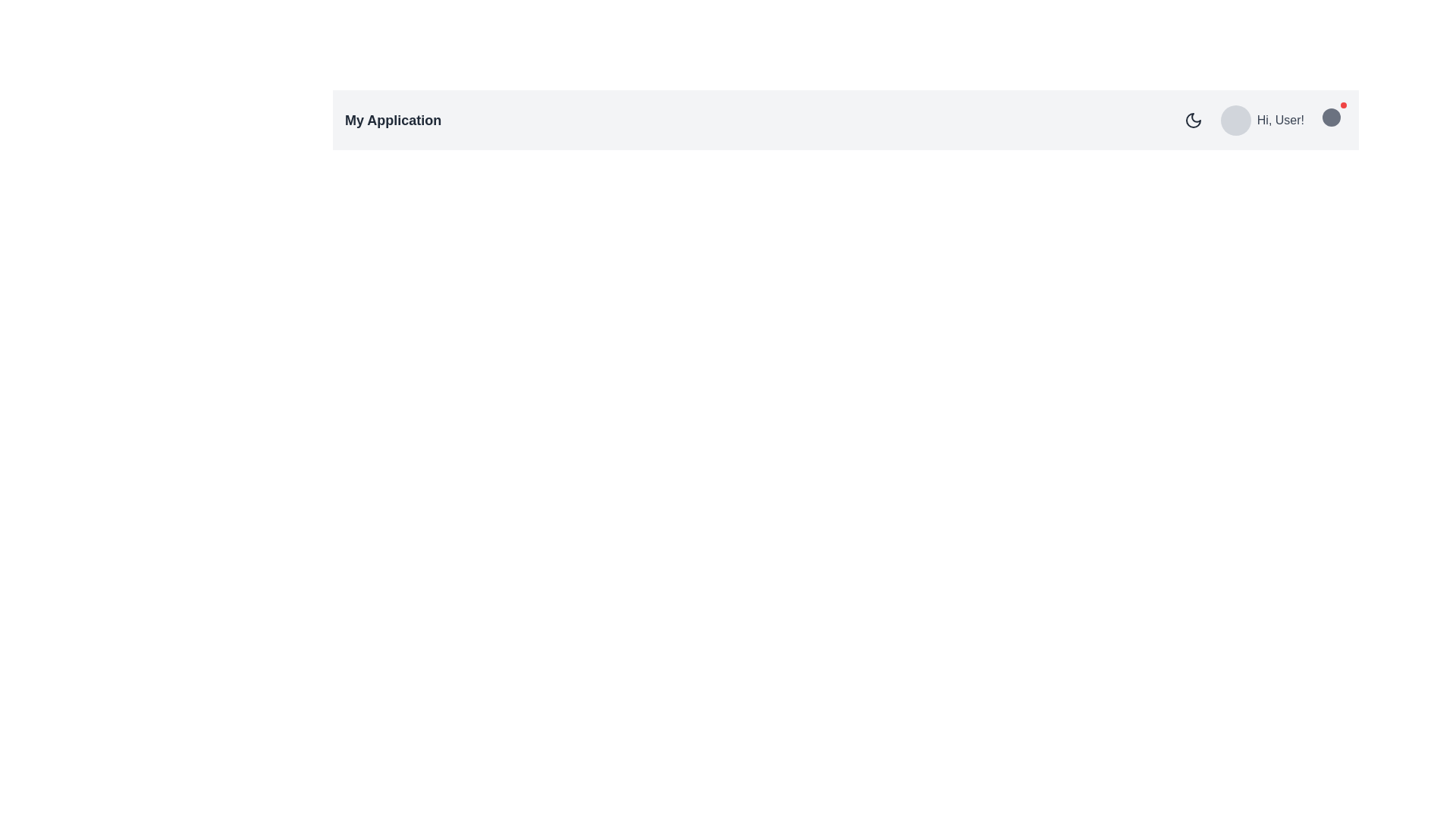 This screenshot has width=1456, height=819. Describe the element at coordinates (1192, 119) in the screenshot. I see `the moon icon, which is a crescent-shaped SVG icon with a circular outline, located in the top-right section of the interface header` at that location.